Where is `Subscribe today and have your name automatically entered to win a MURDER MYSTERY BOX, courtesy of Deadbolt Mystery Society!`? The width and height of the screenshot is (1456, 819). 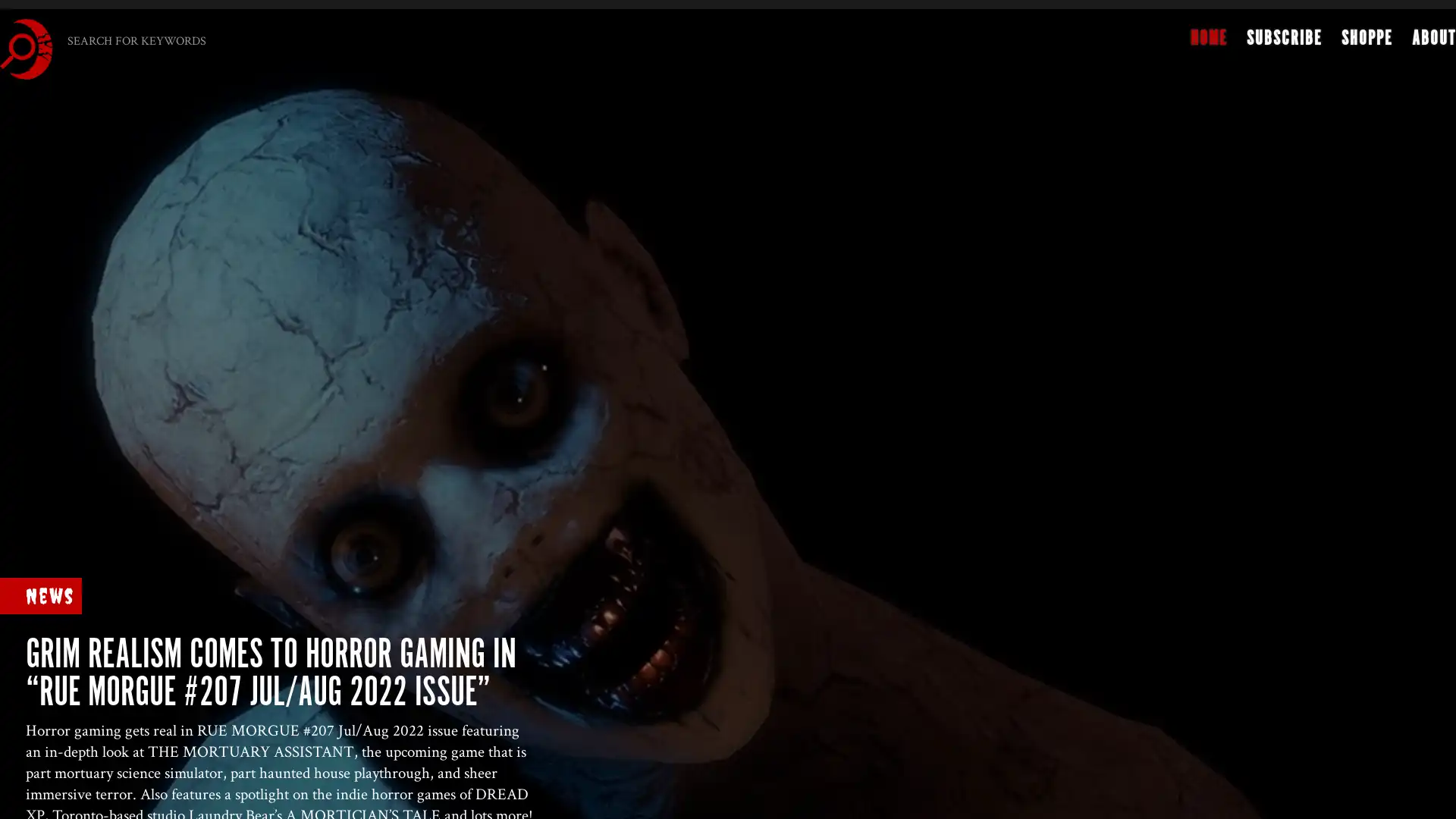 Subscribe today and have your name automatically entered to win a MURDER MYSTERY BOX, courtesy of Deadbolt Mystery Society! is located at coordinates (637, 315).